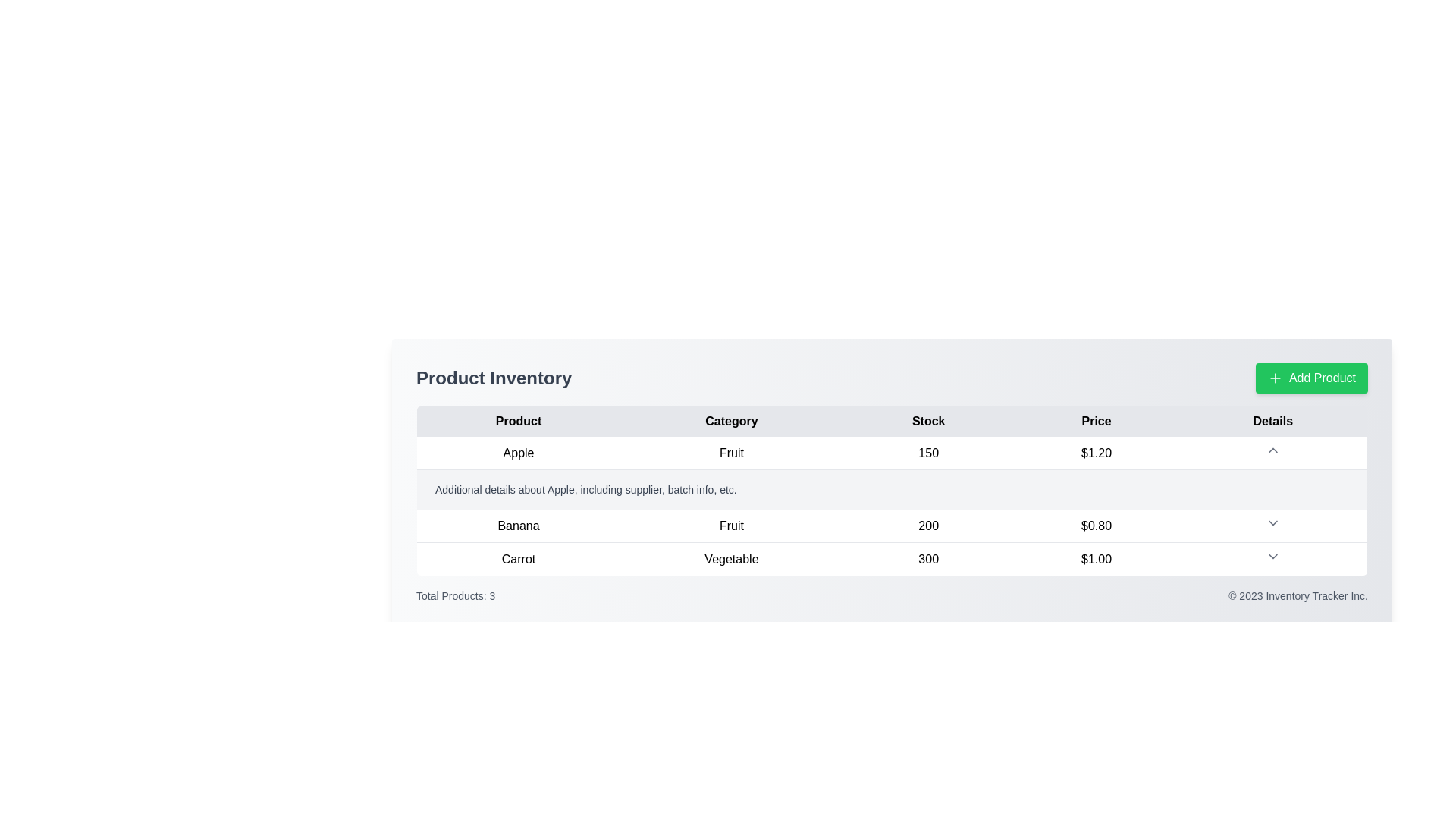  What do you see at coordinates (1273, 525) in the screenshot?
I see `the chevron icon in the 'Details' column of the second row labeled 'Banana' to expand or collapse additional product details` at bounding box center [1273, 525].